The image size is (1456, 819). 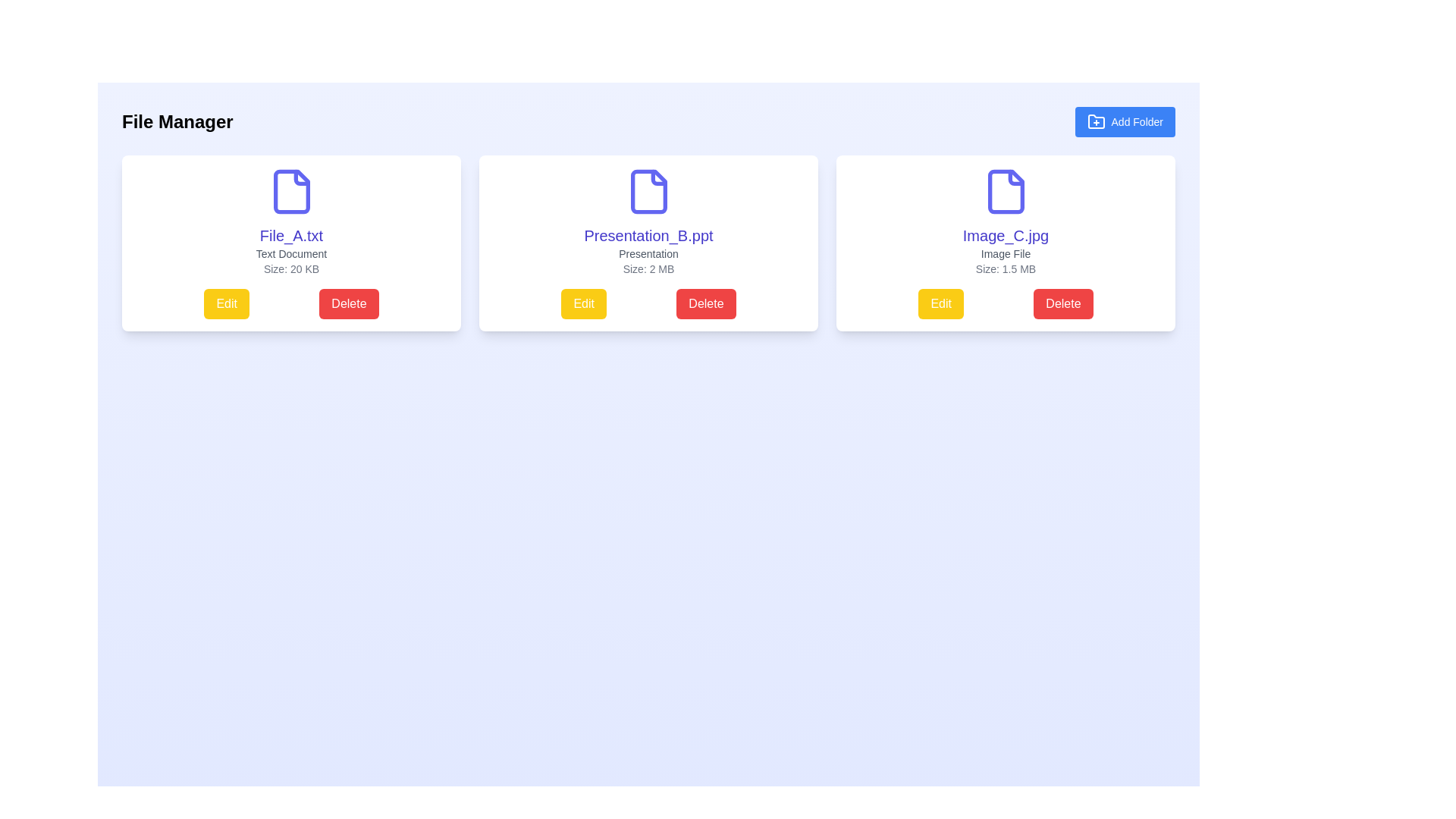 I want to click on the text label that reads 'Presentation_B.ppt', so click(x=648, y=236).